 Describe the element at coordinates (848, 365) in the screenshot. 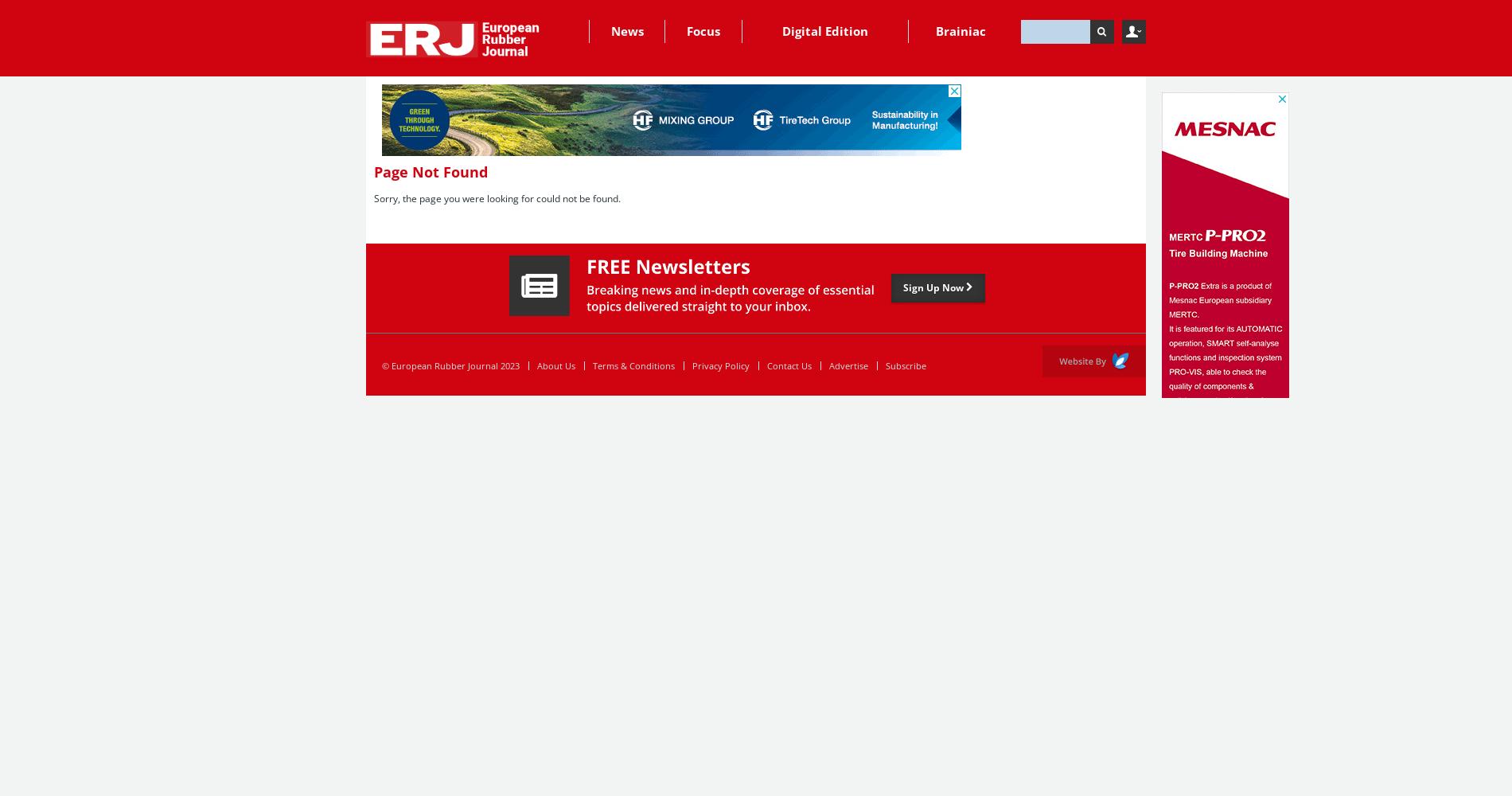

I see `'Advertise'` at that location.